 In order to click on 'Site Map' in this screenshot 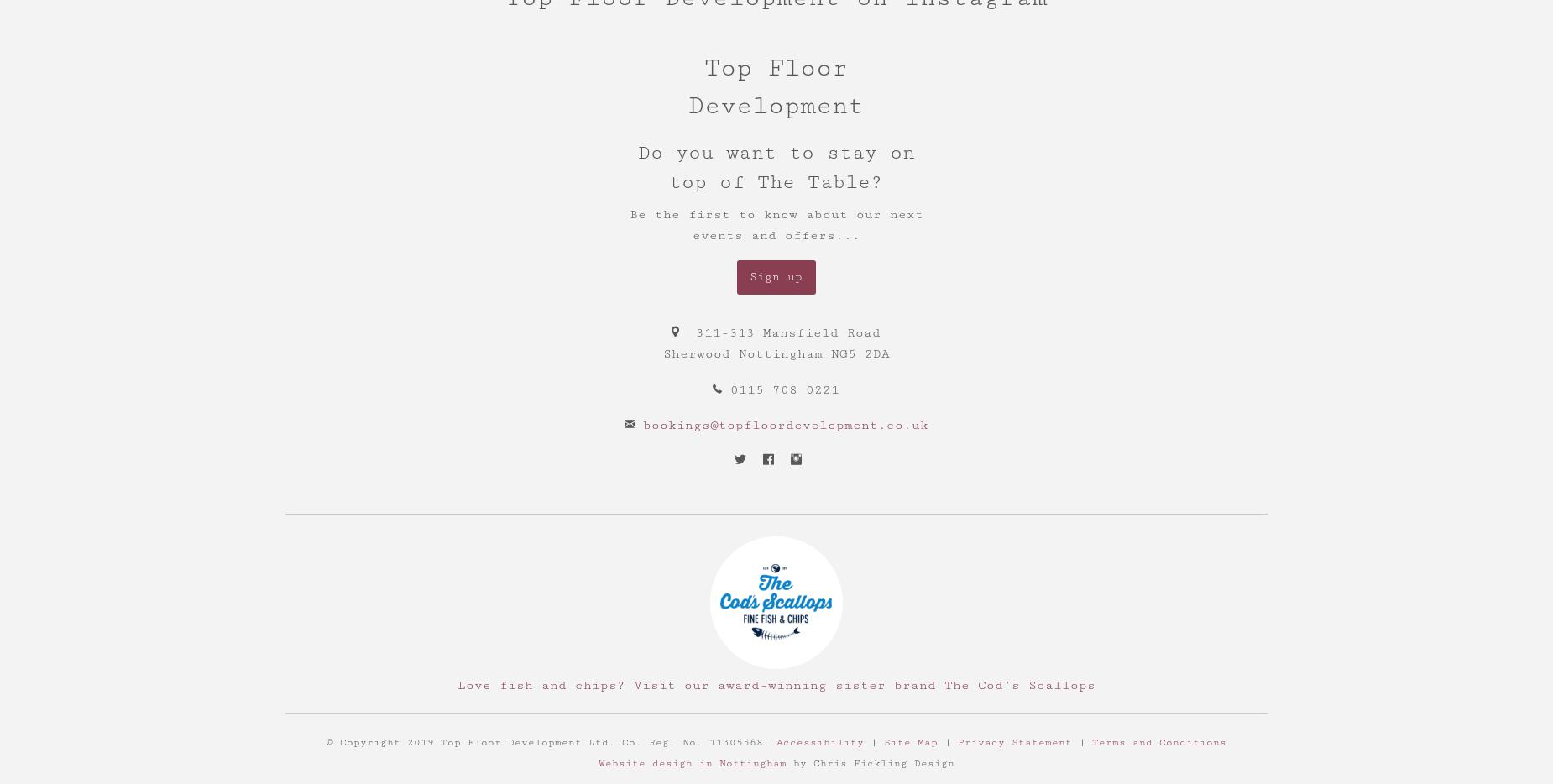, I will do `click(883, 740)`.